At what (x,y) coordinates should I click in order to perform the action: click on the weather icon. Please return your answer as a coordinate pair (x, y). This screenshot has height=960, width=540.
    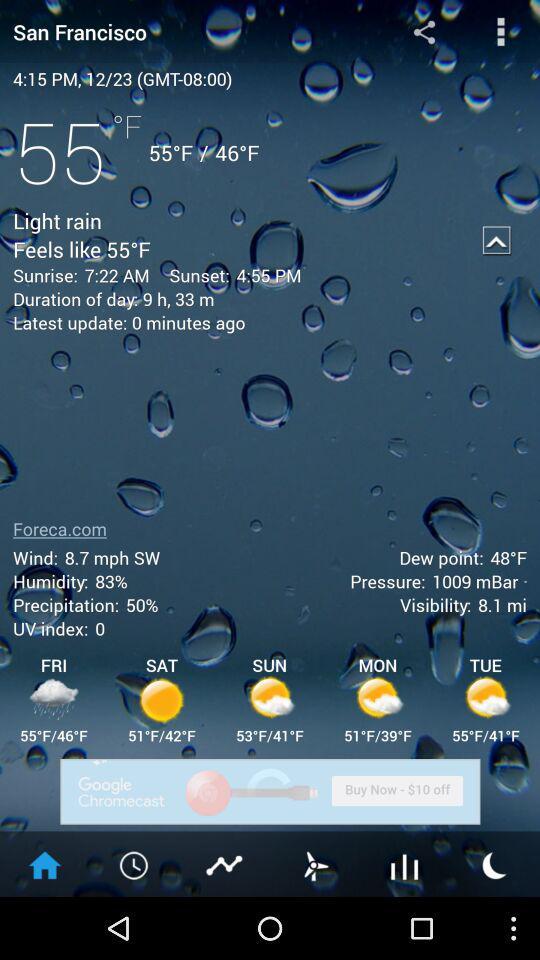
    Looking at the image, I should click on (314, 925).